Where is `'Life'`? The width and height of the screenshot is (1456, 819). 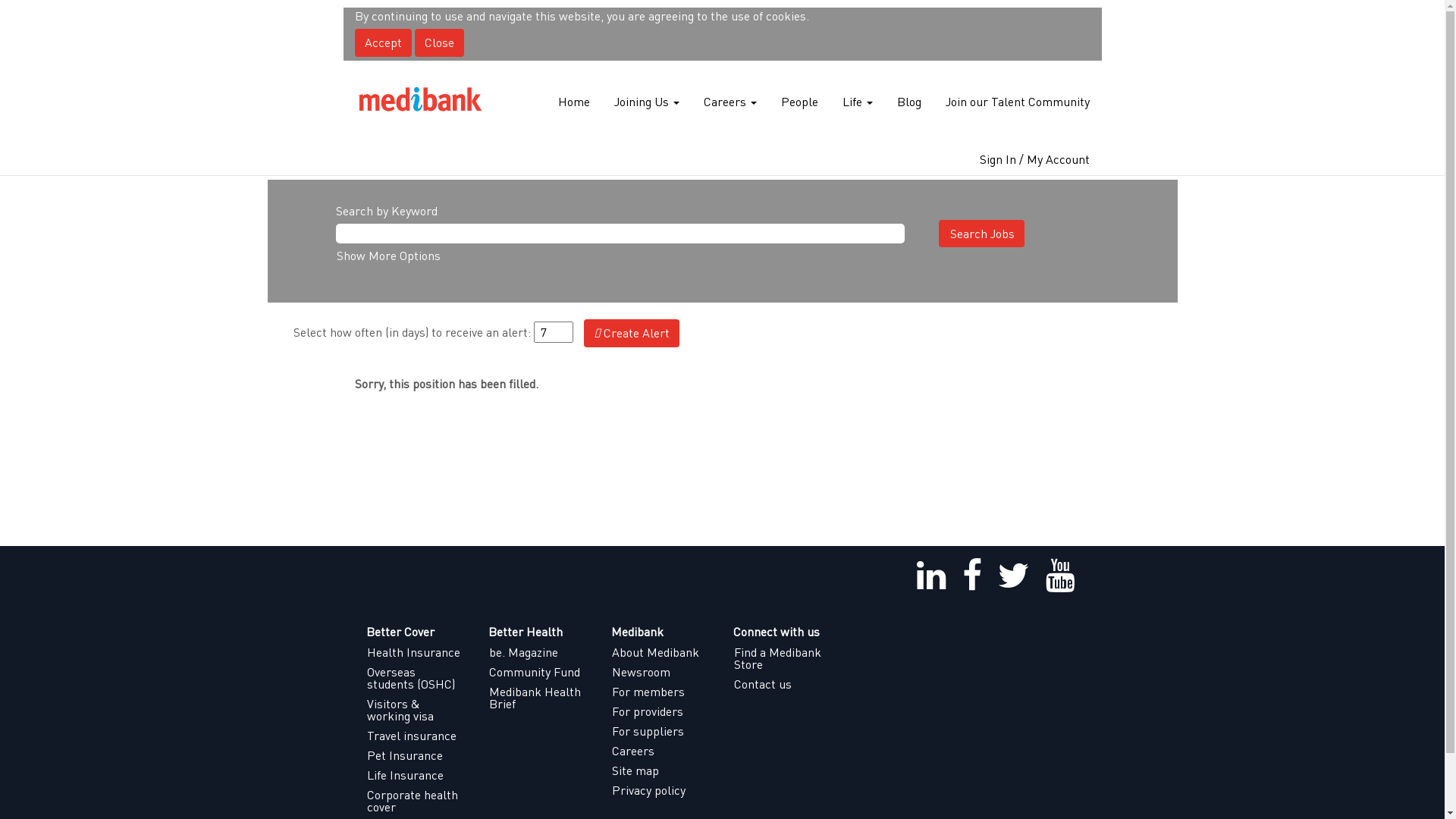 'Life' is located at coordinates (840, 102).